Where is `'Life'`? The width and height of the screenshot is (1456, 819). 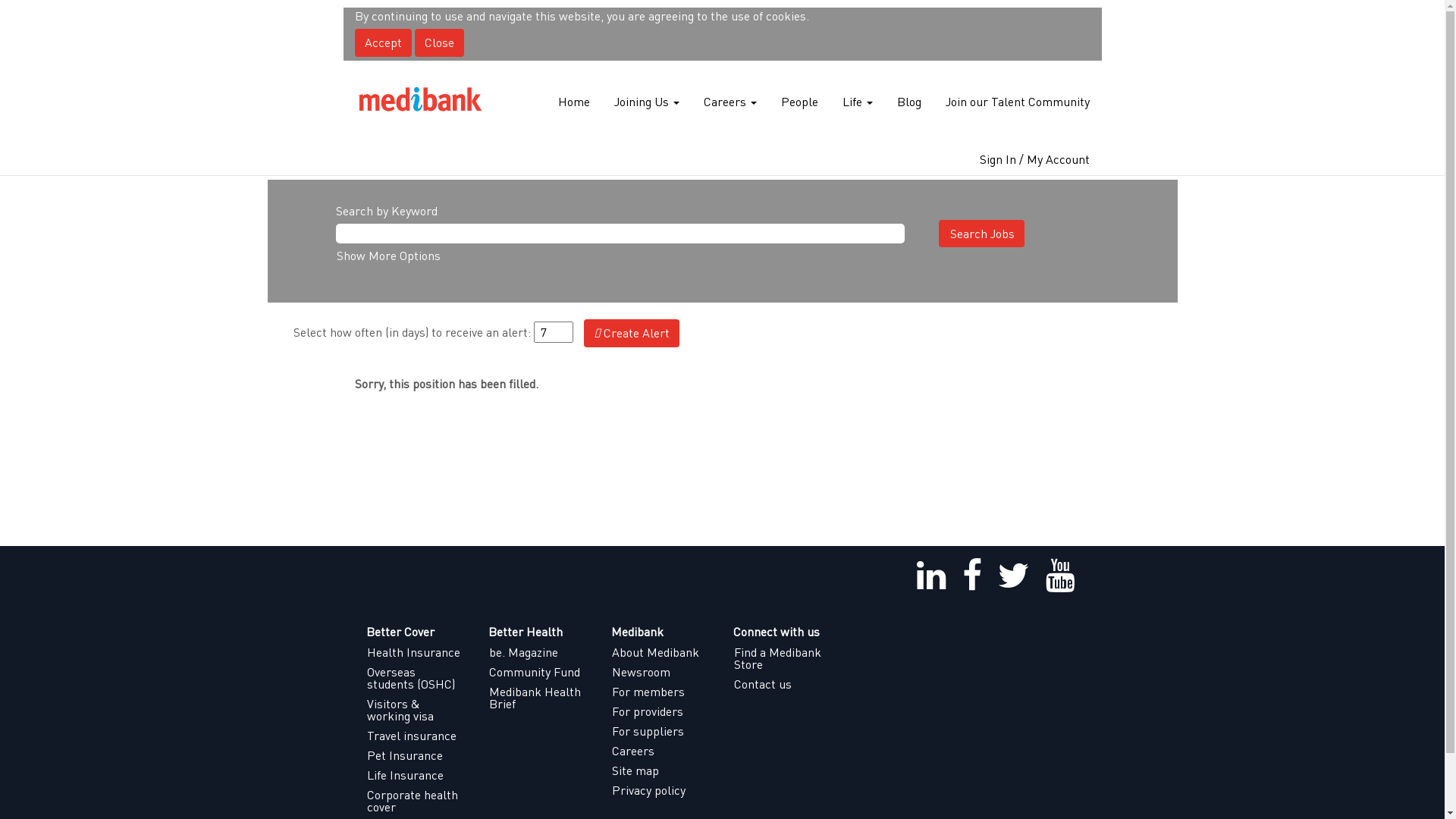 'Life' is located at coordinates (840, 102).